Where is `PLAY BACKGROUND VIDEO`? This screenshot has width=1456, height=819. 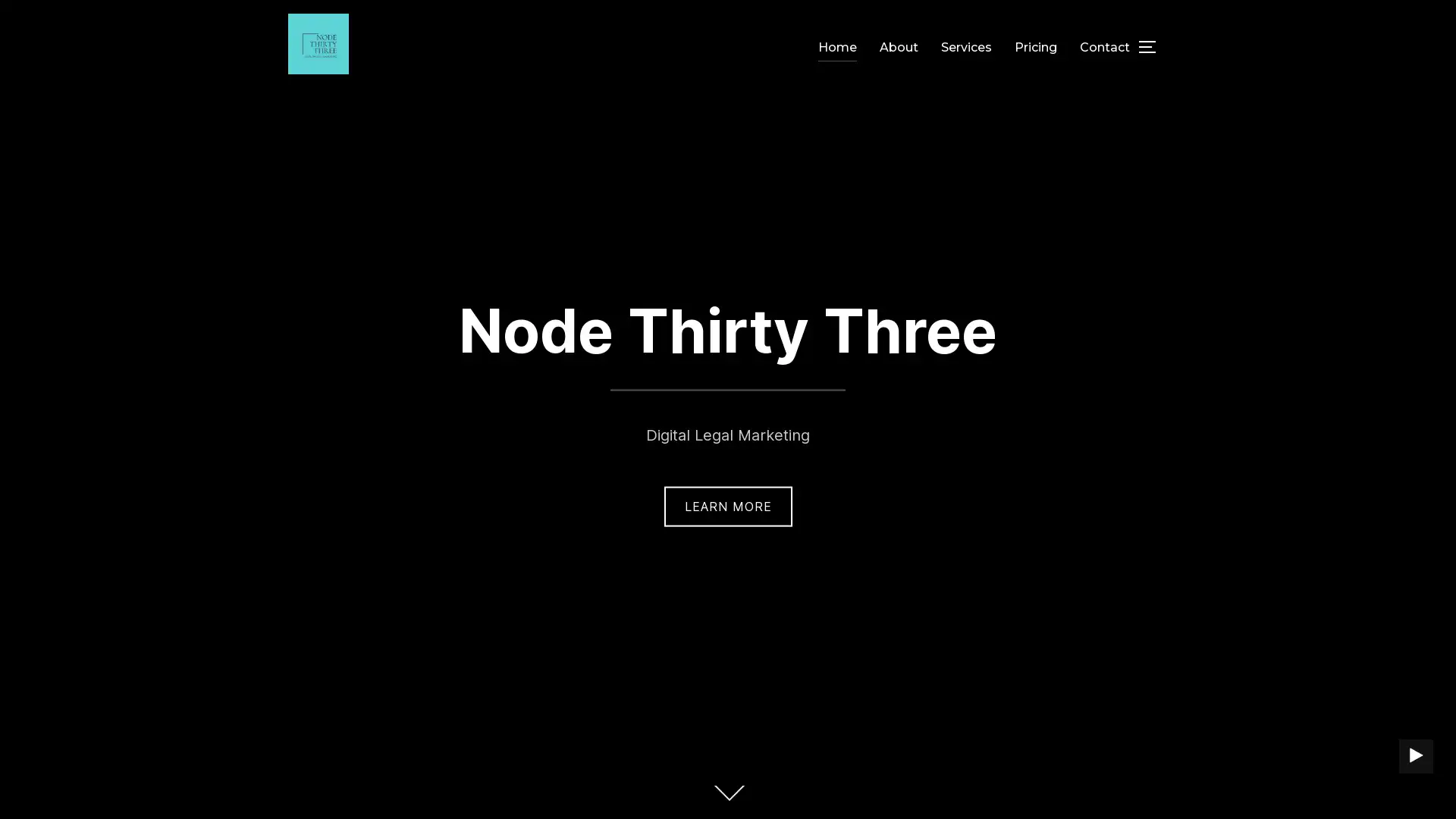 PLAY BACKGROUND VIDEO is located at coordinates (1415, 756).